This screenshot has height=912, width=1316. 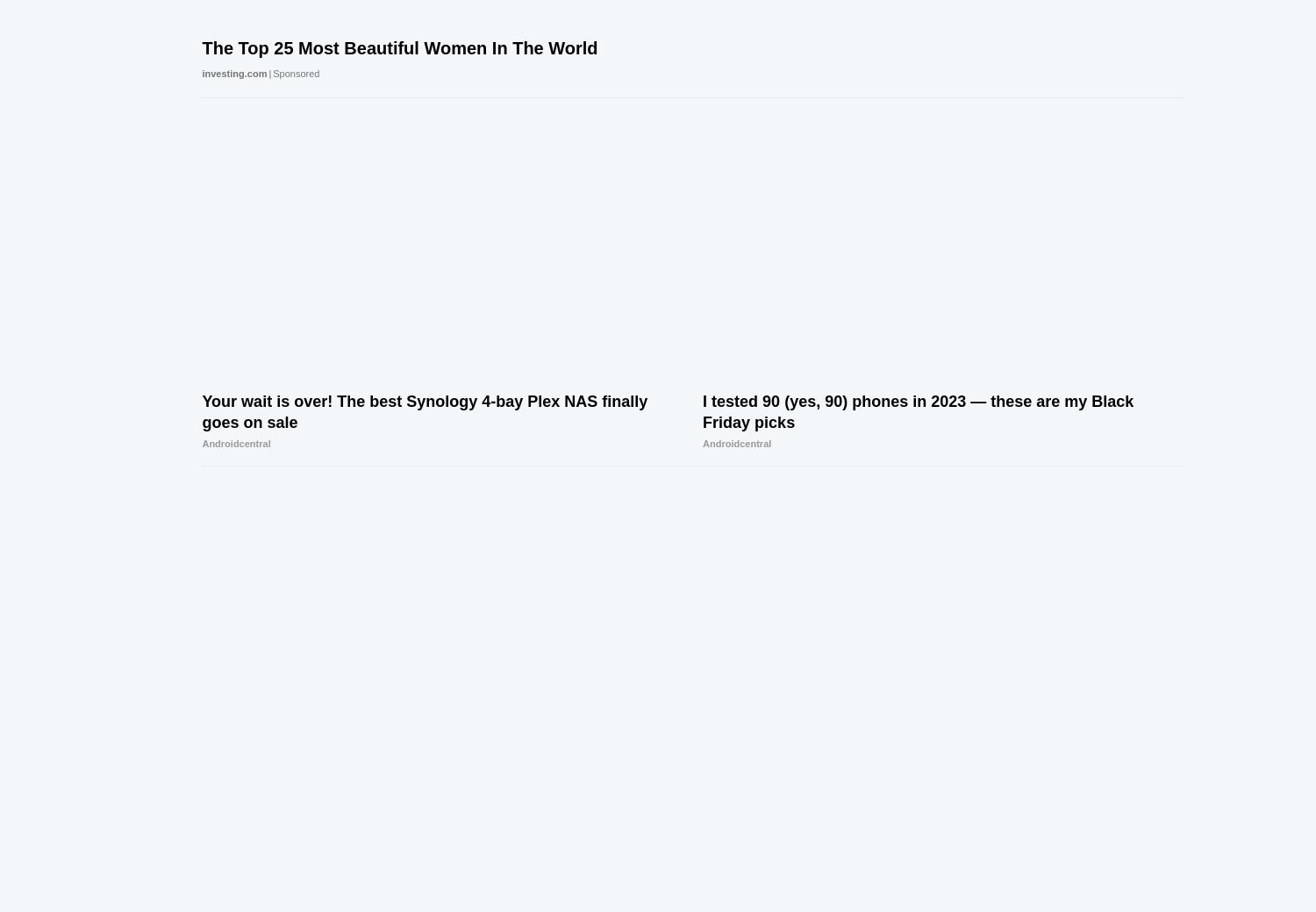 I want to click on 'Visit our corporate site', so click(x=841, y=766).